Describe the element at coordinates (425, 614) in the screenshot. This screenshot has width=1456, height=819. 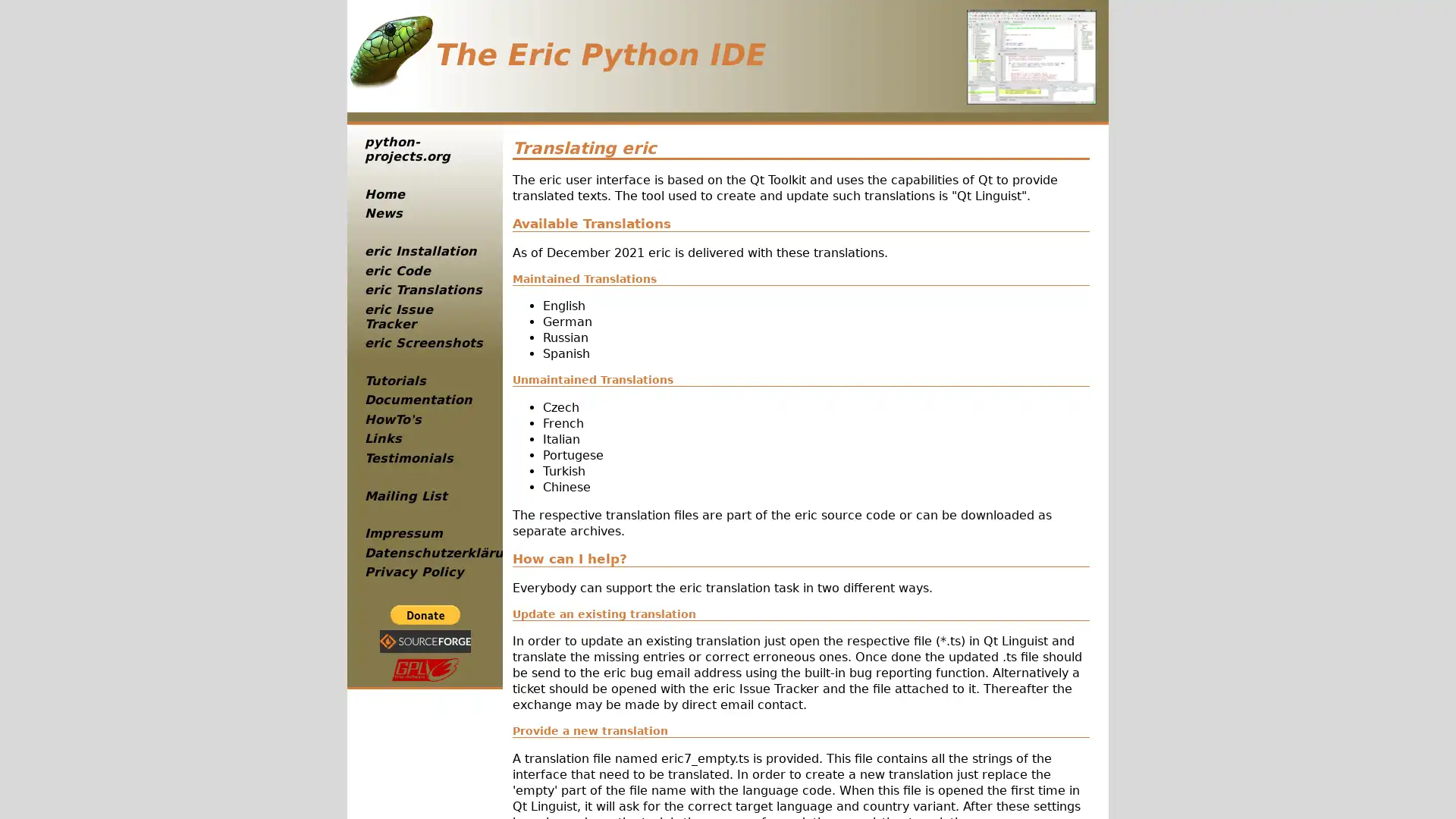
I see `PayPal - The safer, easier way to pay online!` at that location.